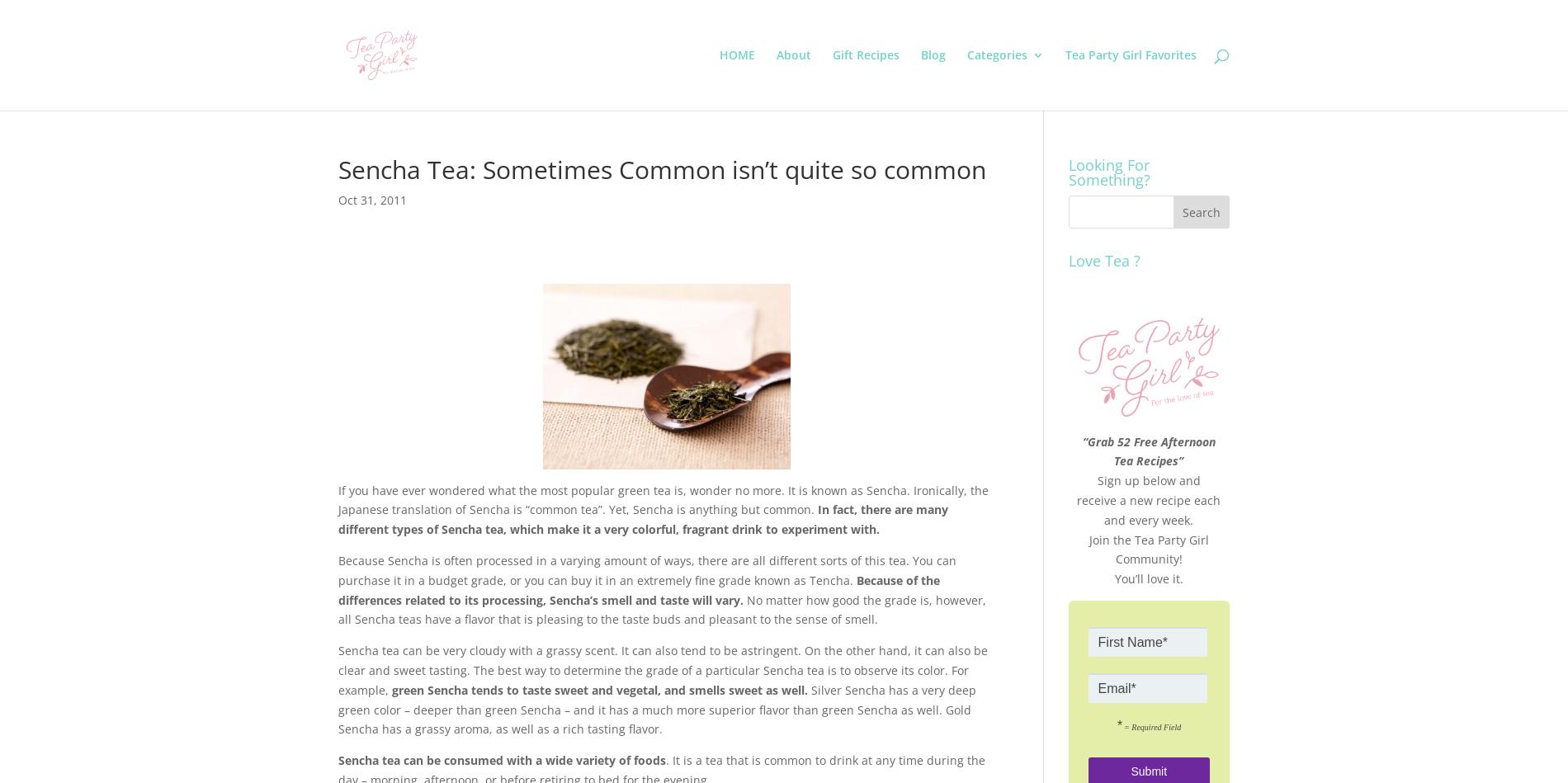 The height and width of the screenshot is (783, 1568). I want to click on 'Sencha tea can be very cloudy with a grassy scent. It can also tend to be astringent. On the other hand, it can also be clear and sweet tasting. The best way to determine the grade of a particular Sencha tea is to observe its color. For example,', so click(662, 668).